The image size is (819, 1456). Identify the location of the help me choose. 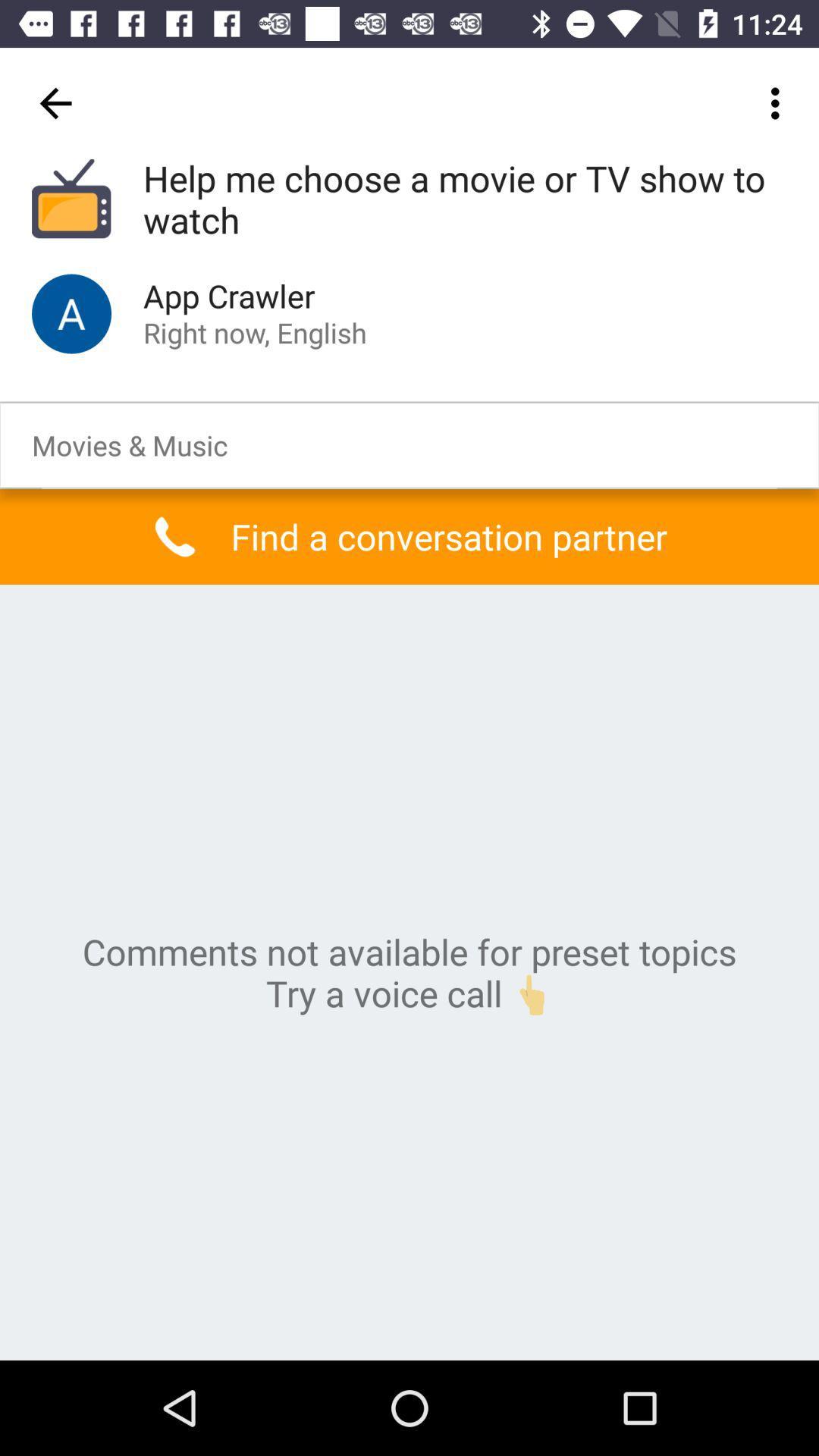
(464, 199).